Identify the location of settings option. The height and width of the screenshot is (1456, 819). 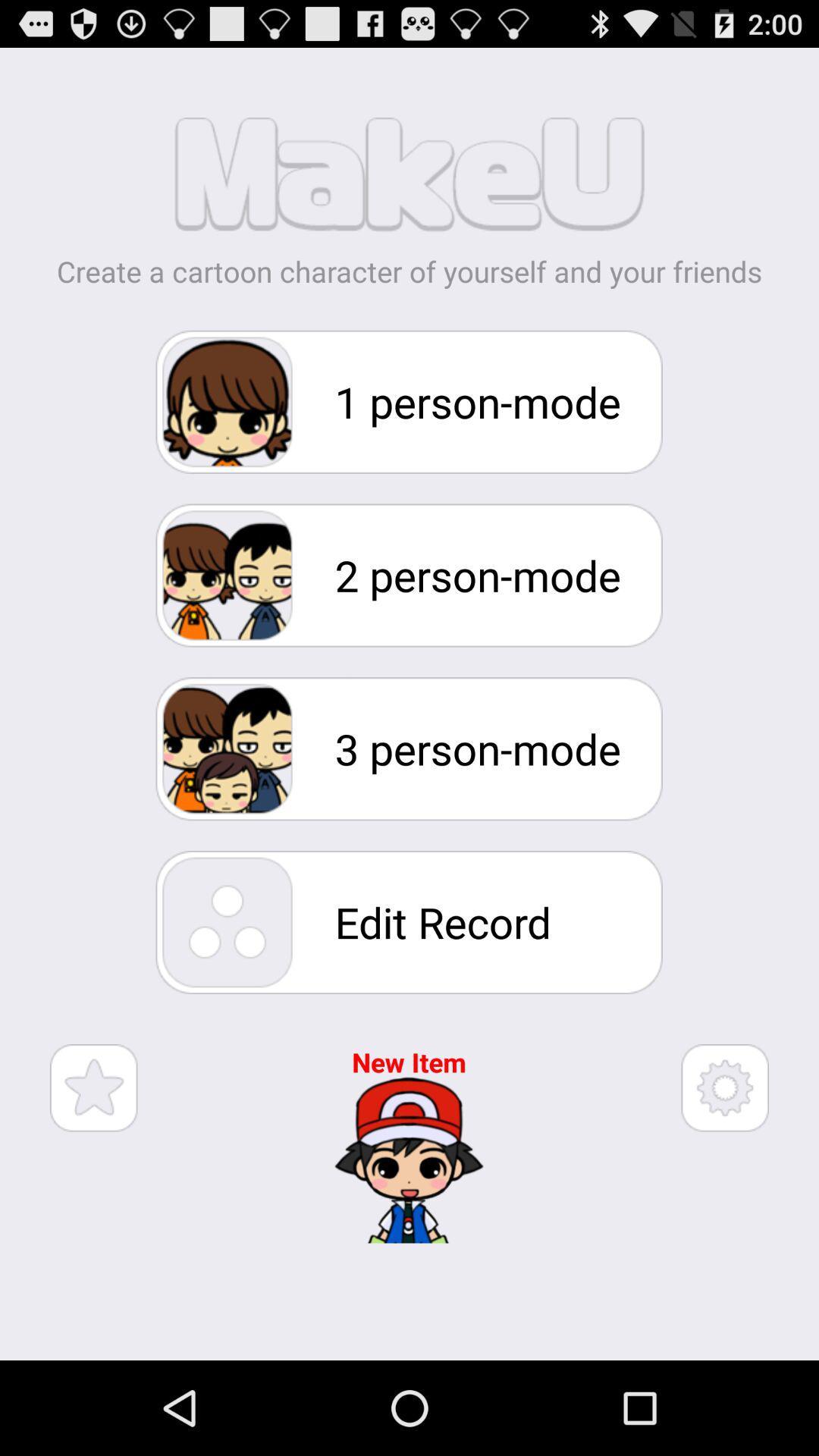
(724, 1087).